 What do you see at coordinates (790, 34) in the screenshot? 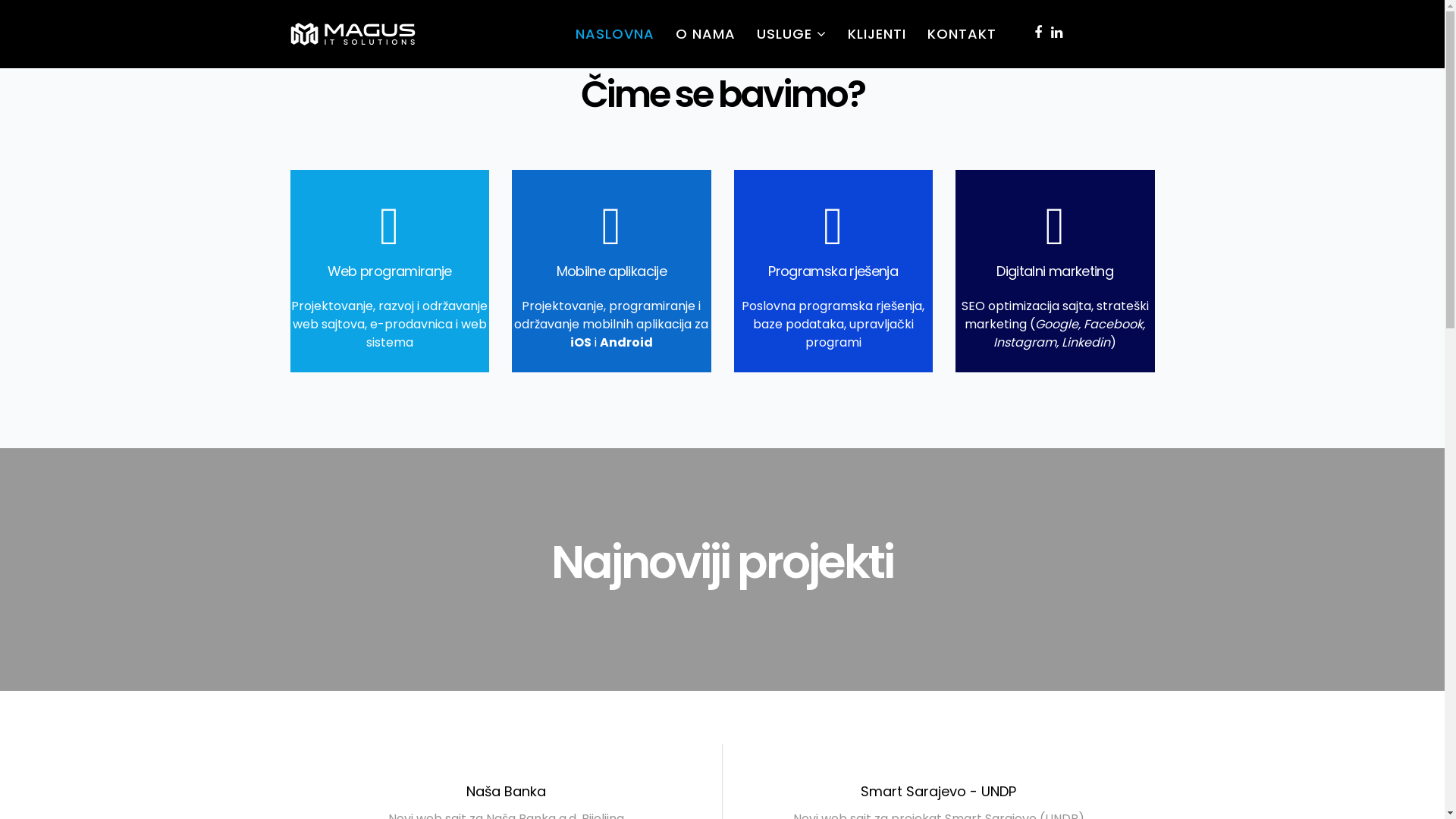
I see `'USLUGE'` at bounding box center [790, 34].